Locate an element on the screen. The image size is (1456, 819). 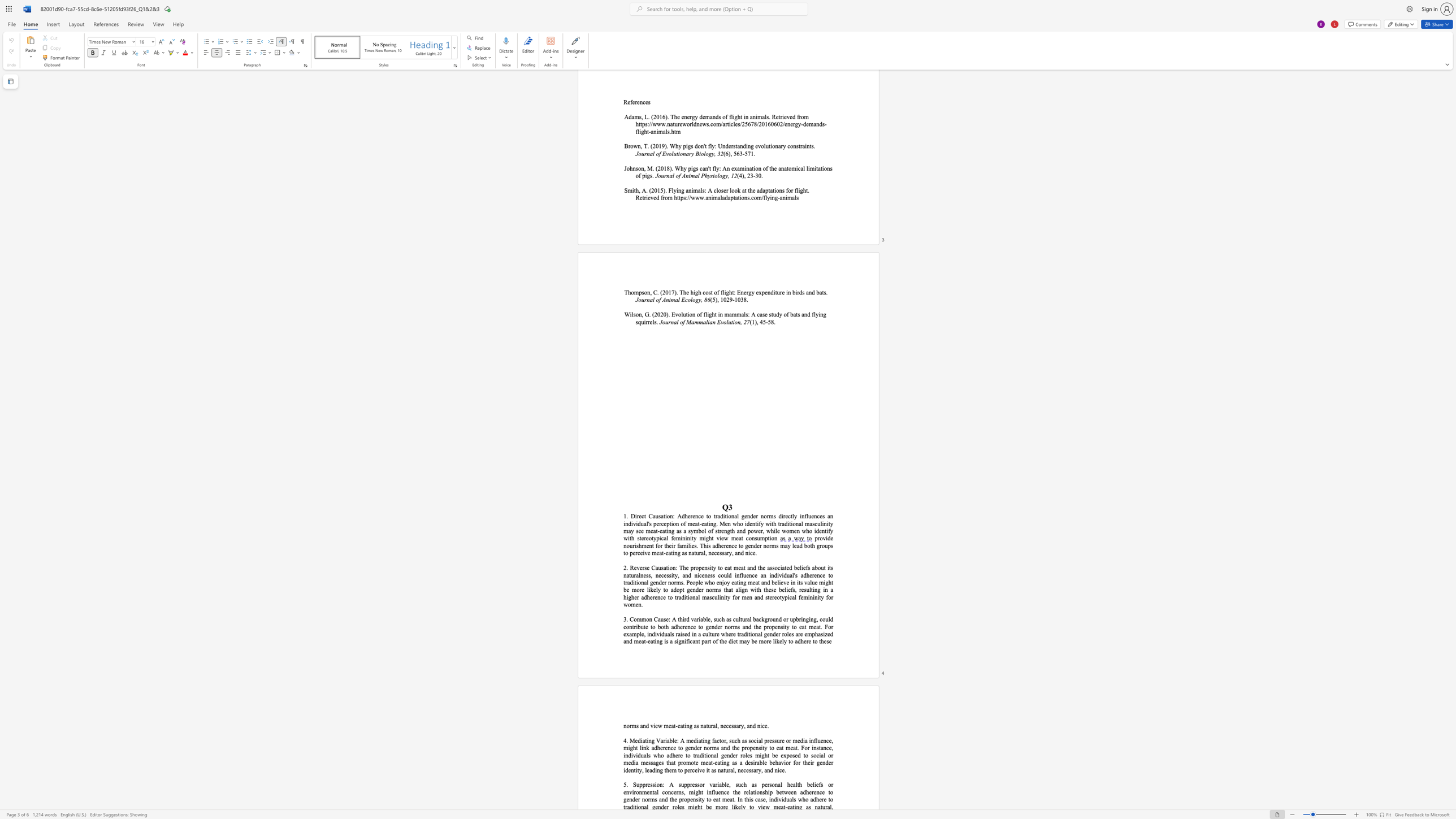
the subset text "ulting in a higher adherence to trad" within the text "orms. People who enjoy eating meat and believe in its value might be more likely to adopt gender norms that align with these beliefs, resulting in a higher adherence to traditional masculinity for men and stereotypical femininity for women." is located at coordinates (806, 589).